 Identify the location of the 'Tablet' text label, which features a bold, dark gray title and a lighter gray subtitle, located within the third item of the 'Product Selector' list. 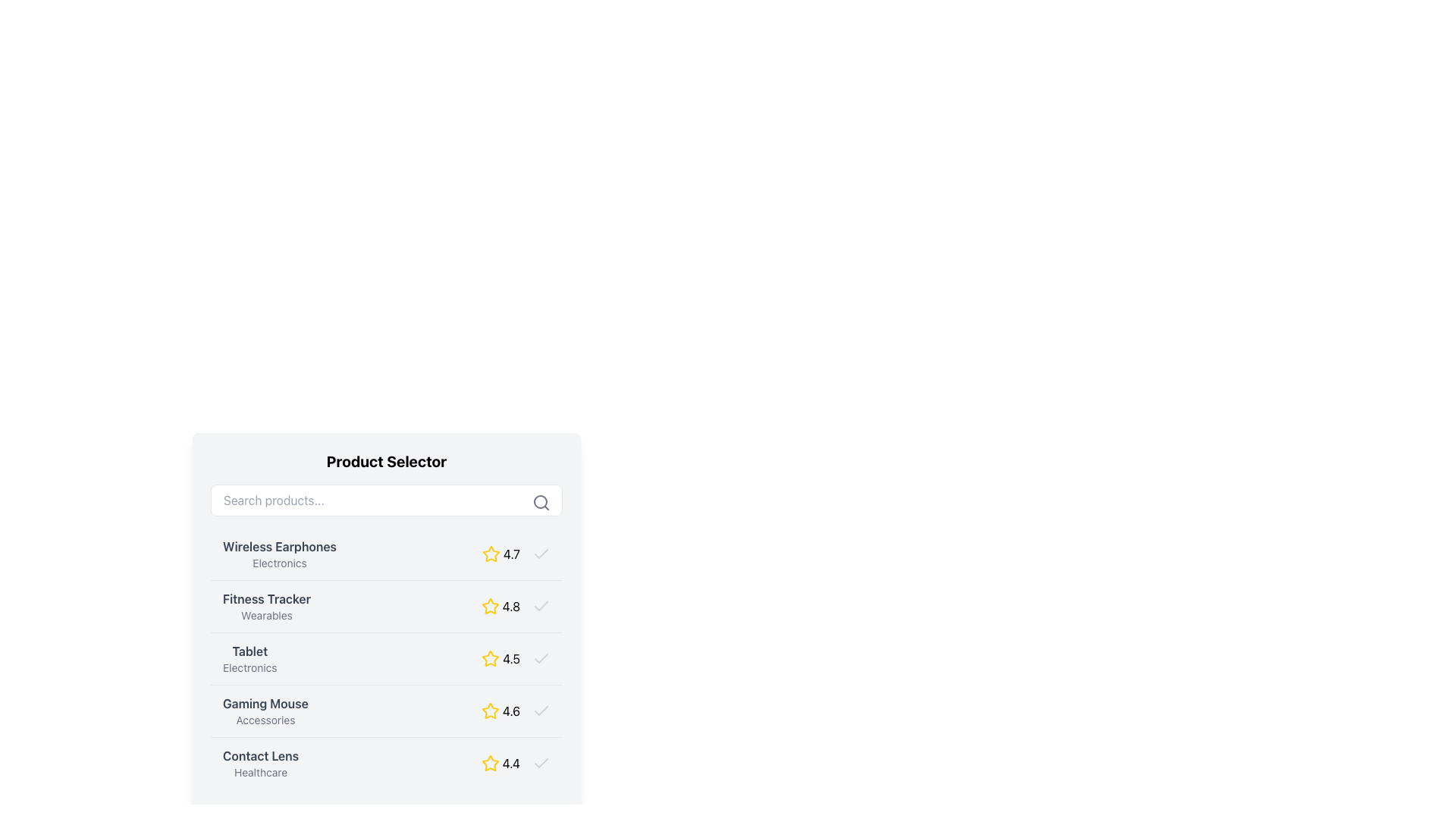
(249, 657).